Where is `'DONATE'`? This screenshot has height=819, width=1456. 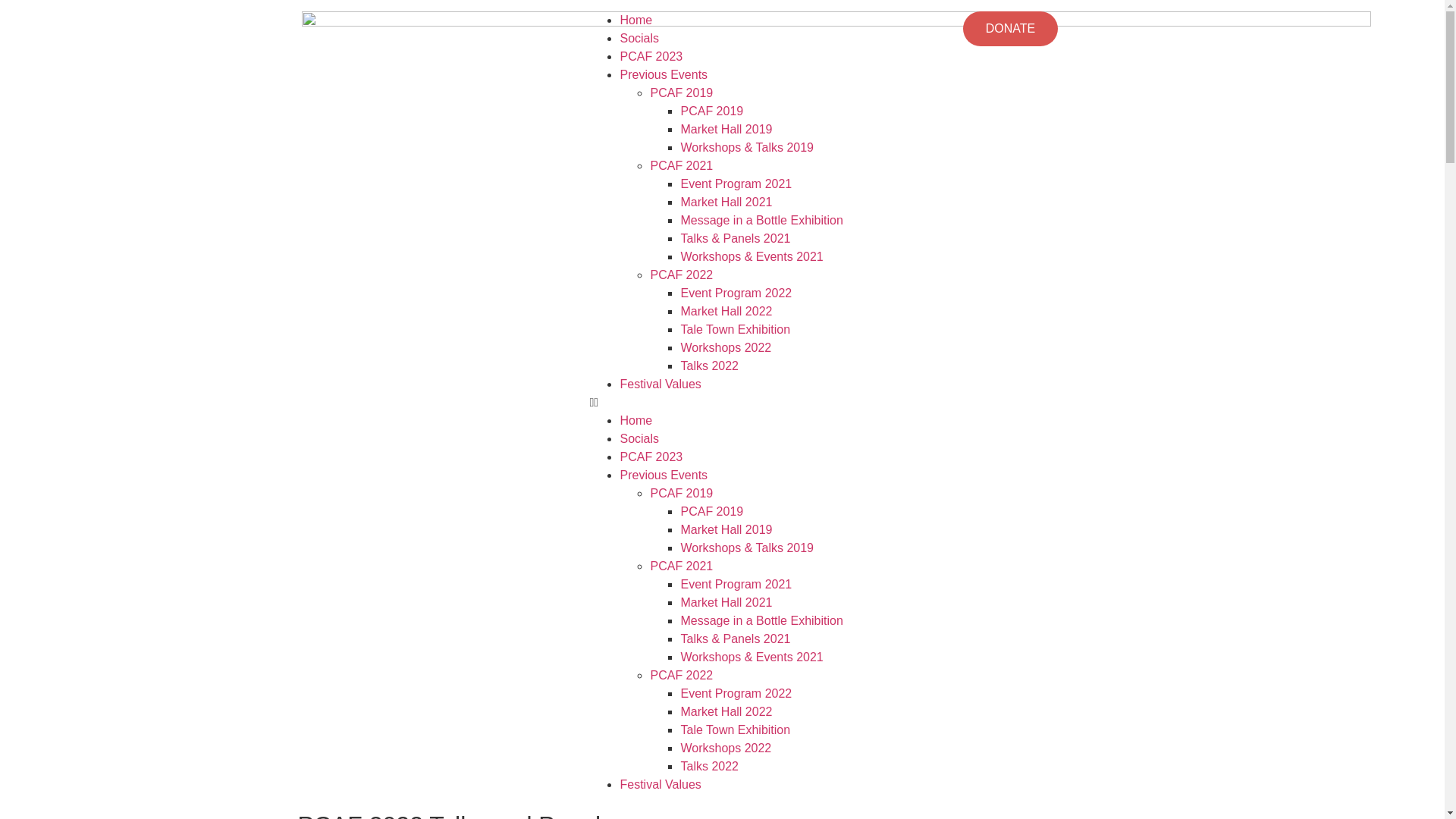 'DONATE' is located at coordinates (962, 29).